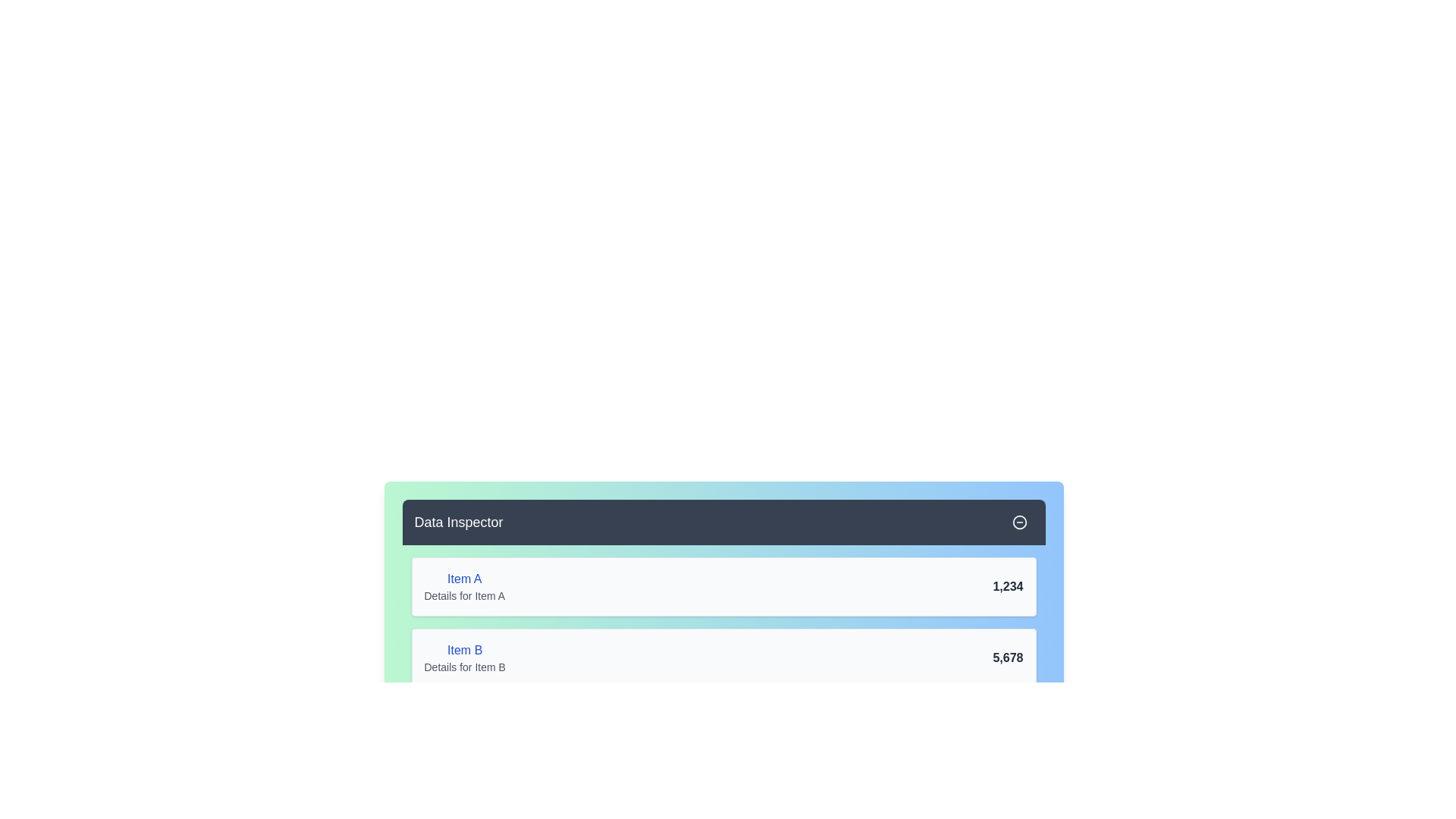 The height and width of the screenshot is (819, 1456). Describe the element at coordinates (1019, 522) in the screenshot. I see `the compact circular icon button with a minus sign inside a circle, located on the far-right side of the horizontal toolbar at the top of the card` at that location.